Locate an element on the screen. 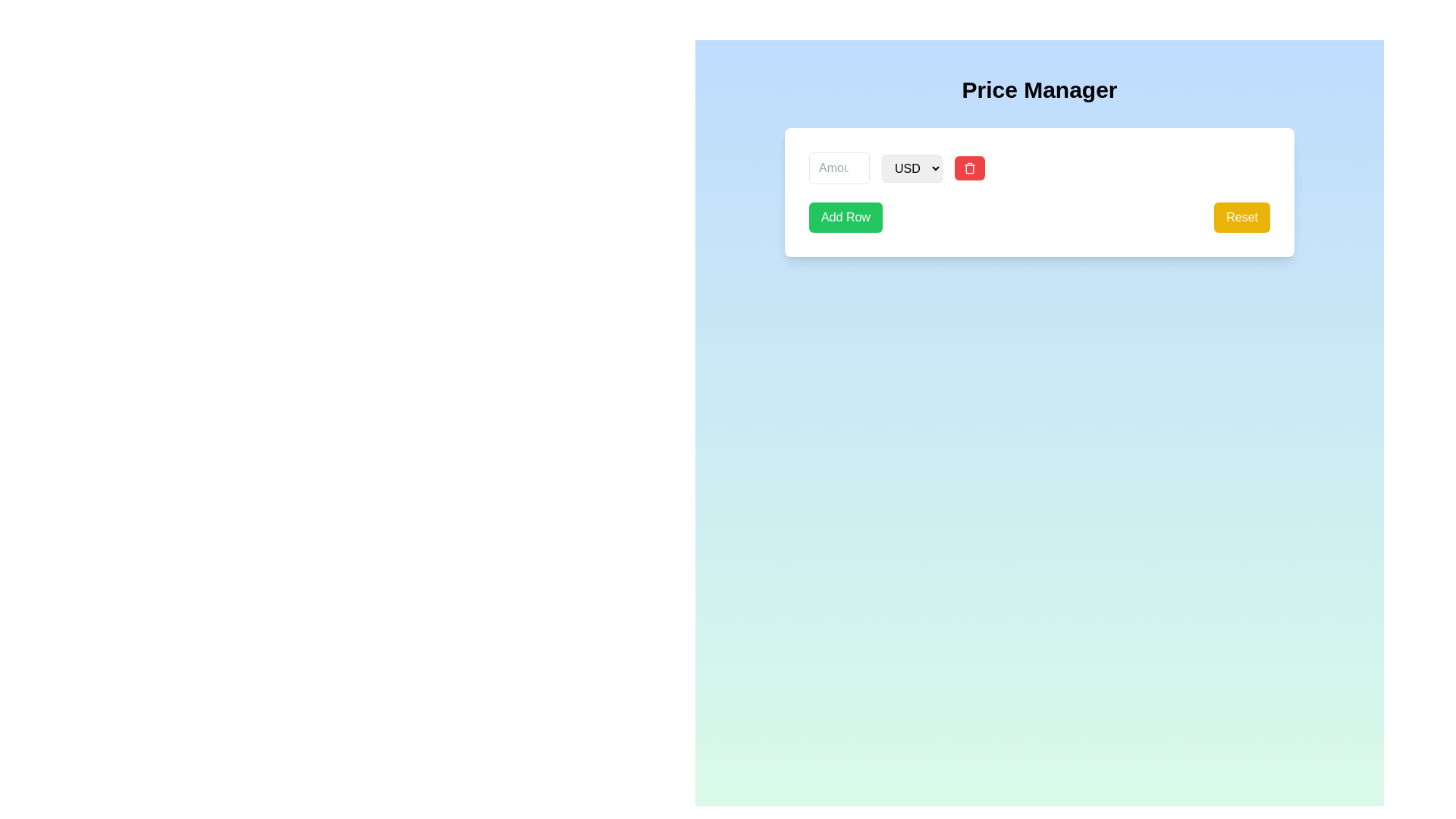 The width and height of the screenshot is (1456, 819). the dropdown menu displaying 'USD' is located at coordinates (912, 168).